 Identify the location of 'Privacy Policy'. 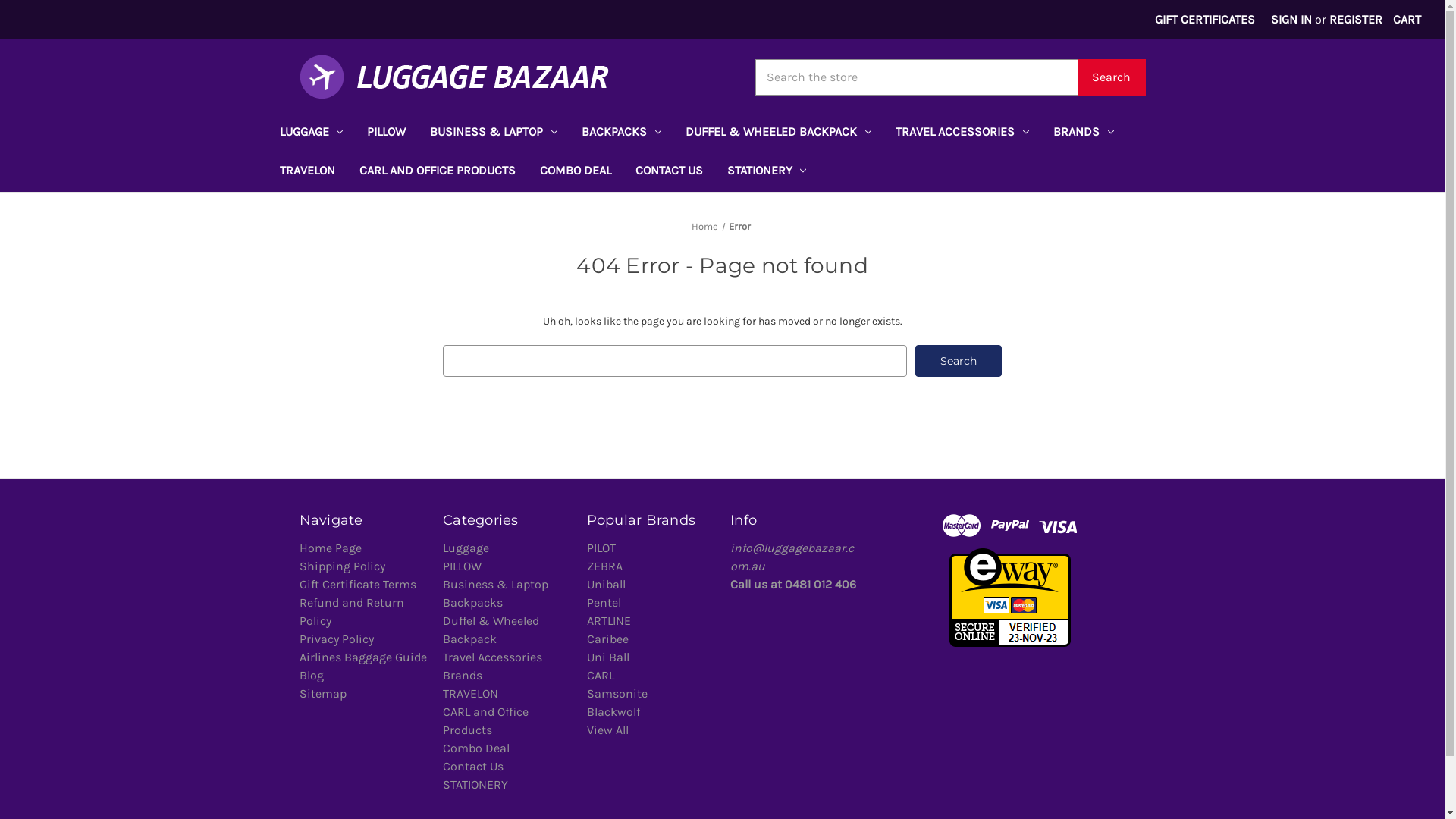
(298, 639).